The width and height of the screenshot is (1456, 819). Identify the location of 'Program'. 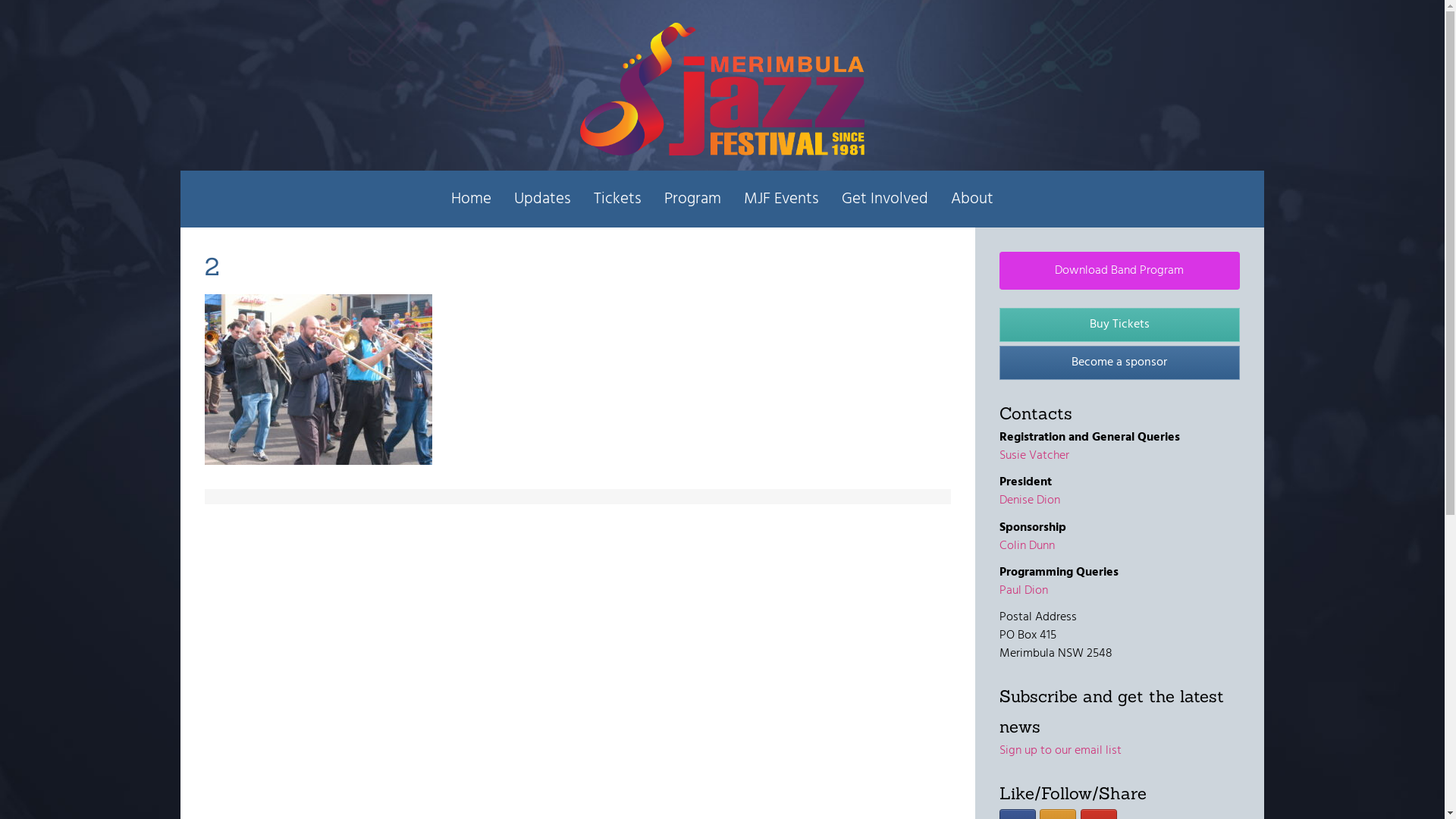
(692, 198).